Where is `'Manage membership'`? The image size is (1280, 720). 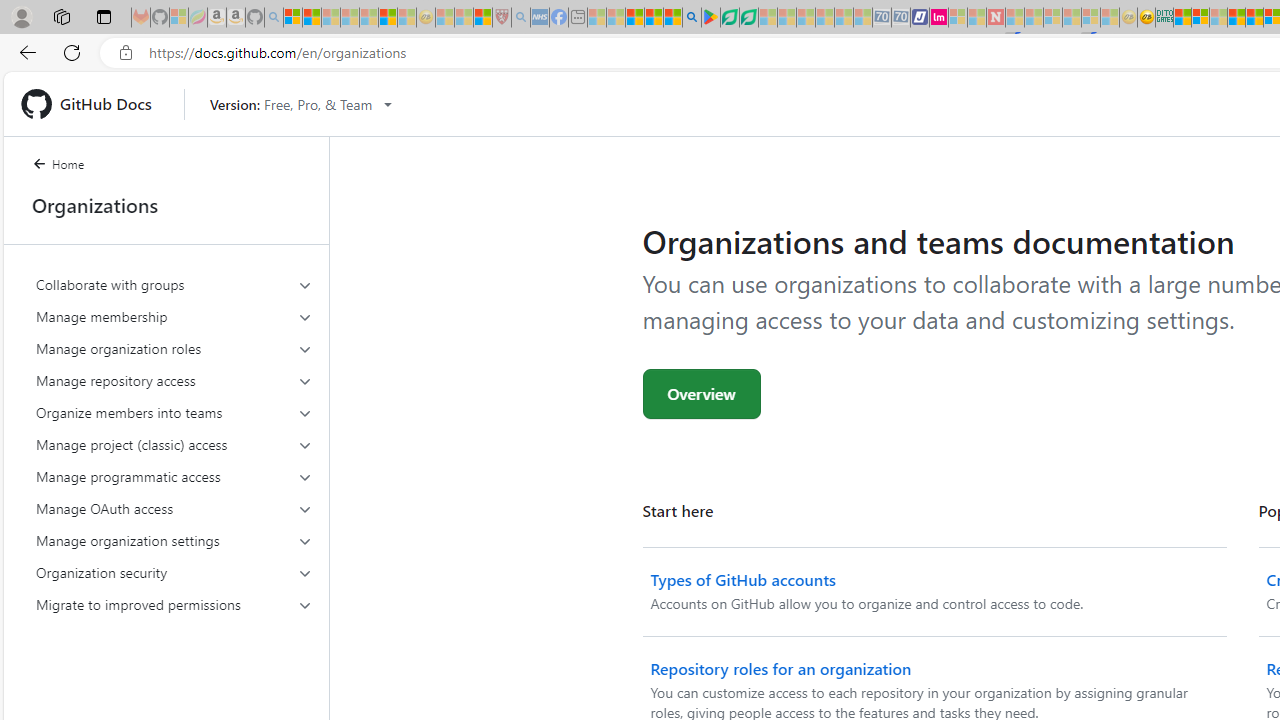 'Manage membership' is located at coordinates (174, 315).